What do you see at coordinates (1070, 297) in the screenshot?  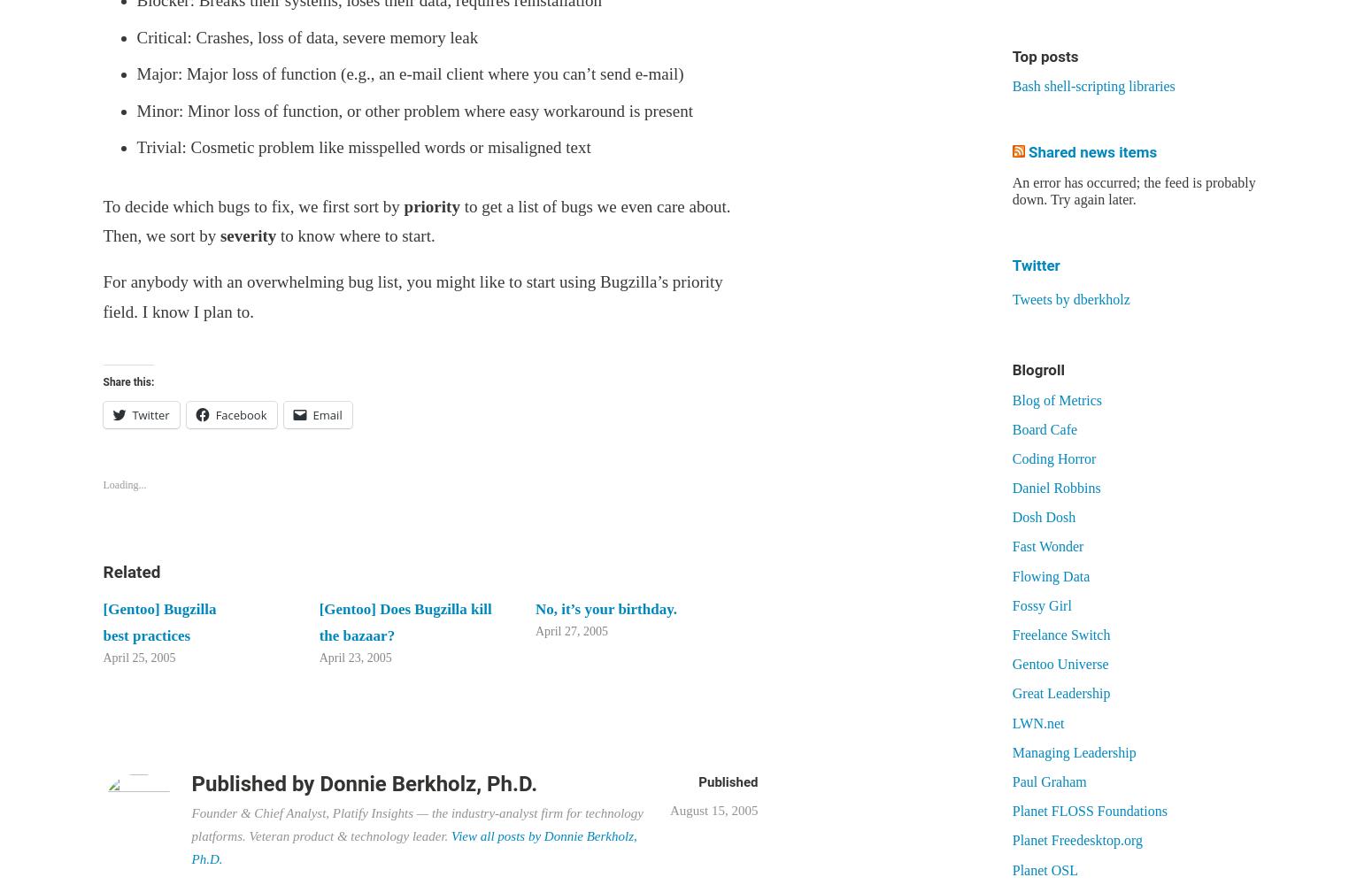 I see `'Tweets by dberkholz'` at bounding box center [1070, 297].